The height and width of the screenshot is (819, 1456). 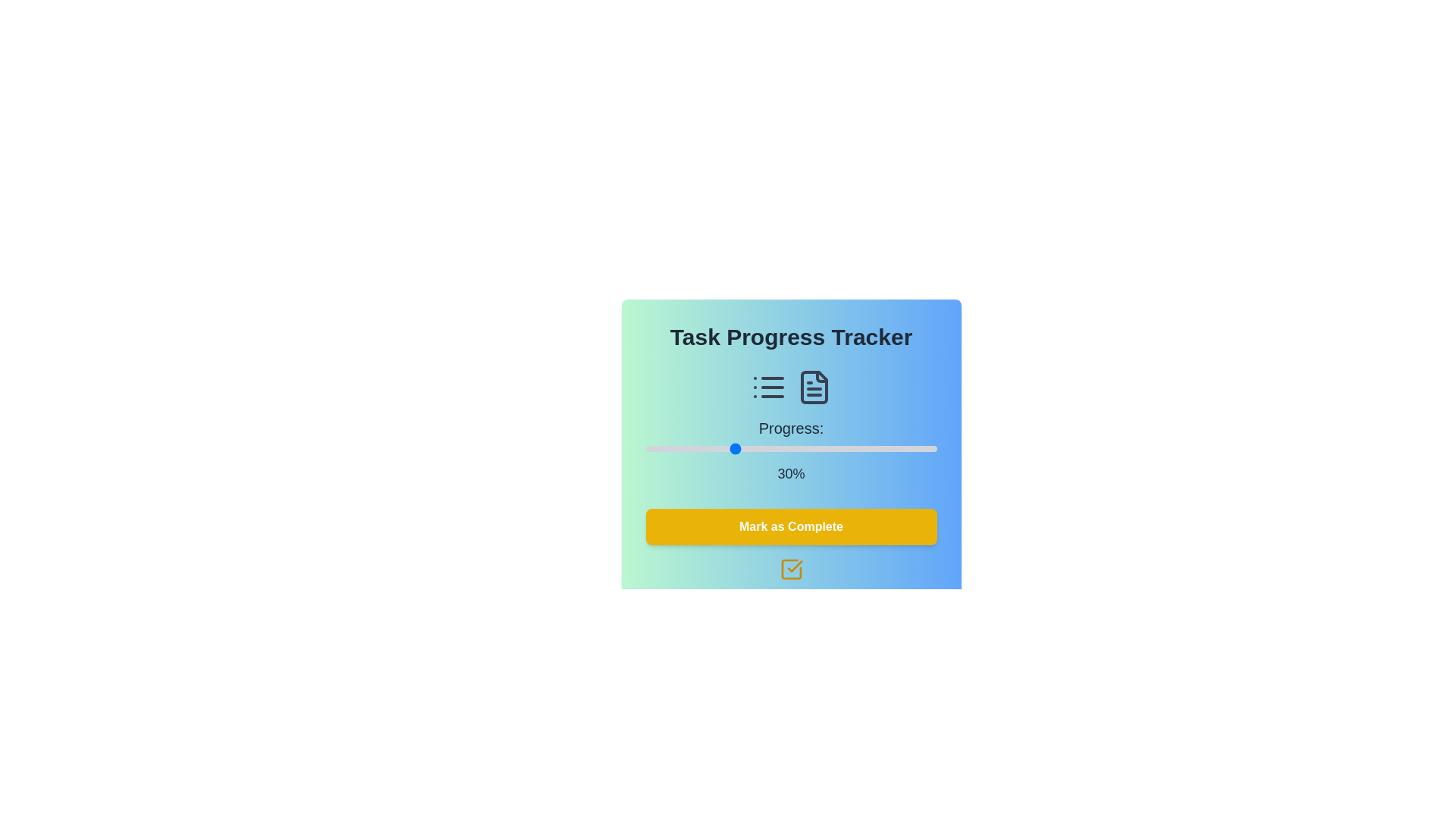 What do you see at coordinates (846, 447) in the screenshot?
I see `the slider to set the progress to 69%` at bounding box center [846, 447].